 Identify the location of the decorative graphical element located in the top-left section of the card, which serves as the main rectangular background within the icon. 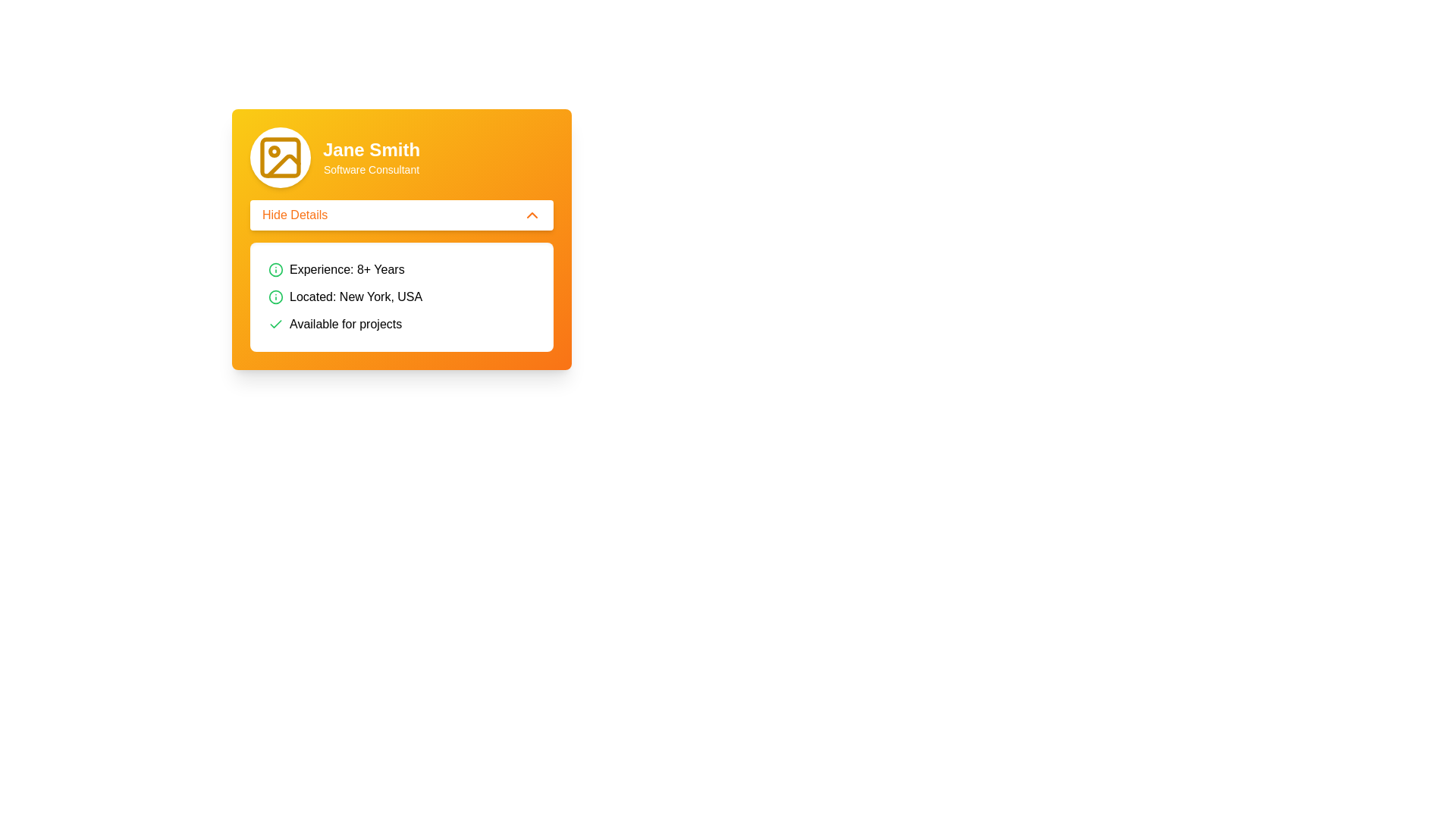
(280, 158).